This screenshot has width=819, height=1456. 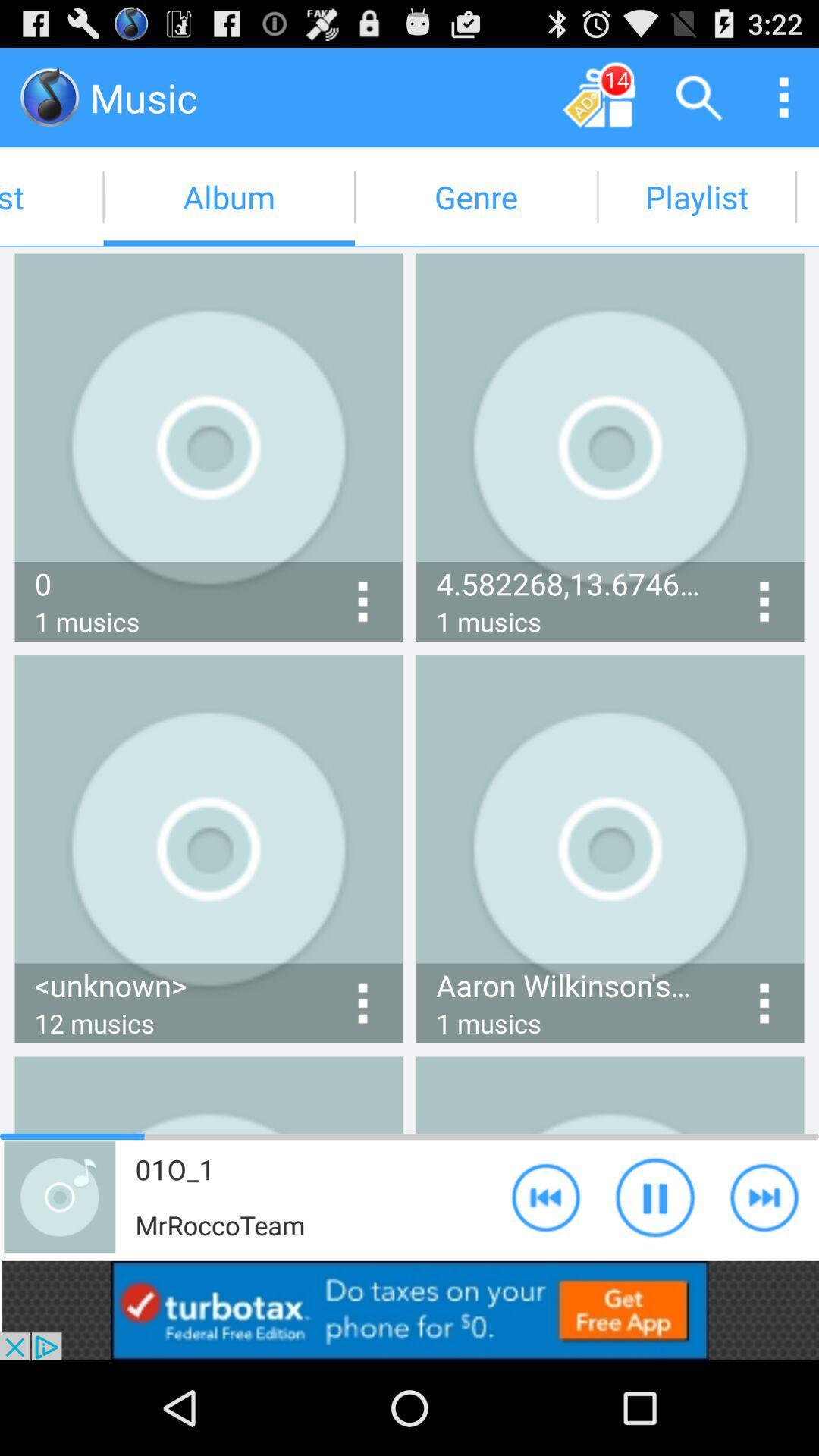 What do you see at coordinates (209, 447) in the screenshot?
I see `the first block under the album` at bounding box center [209, 447].